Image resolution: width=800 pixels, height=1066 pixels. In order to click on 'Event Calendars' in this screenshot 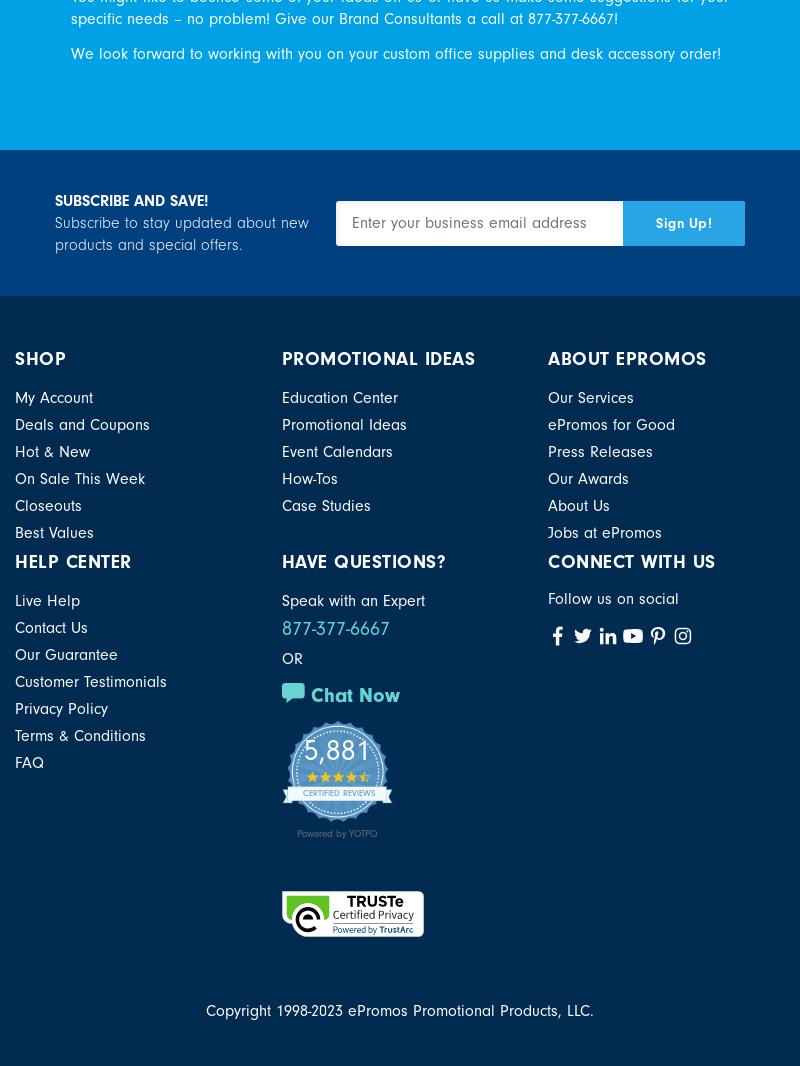, I will do `click(281, 451)`.